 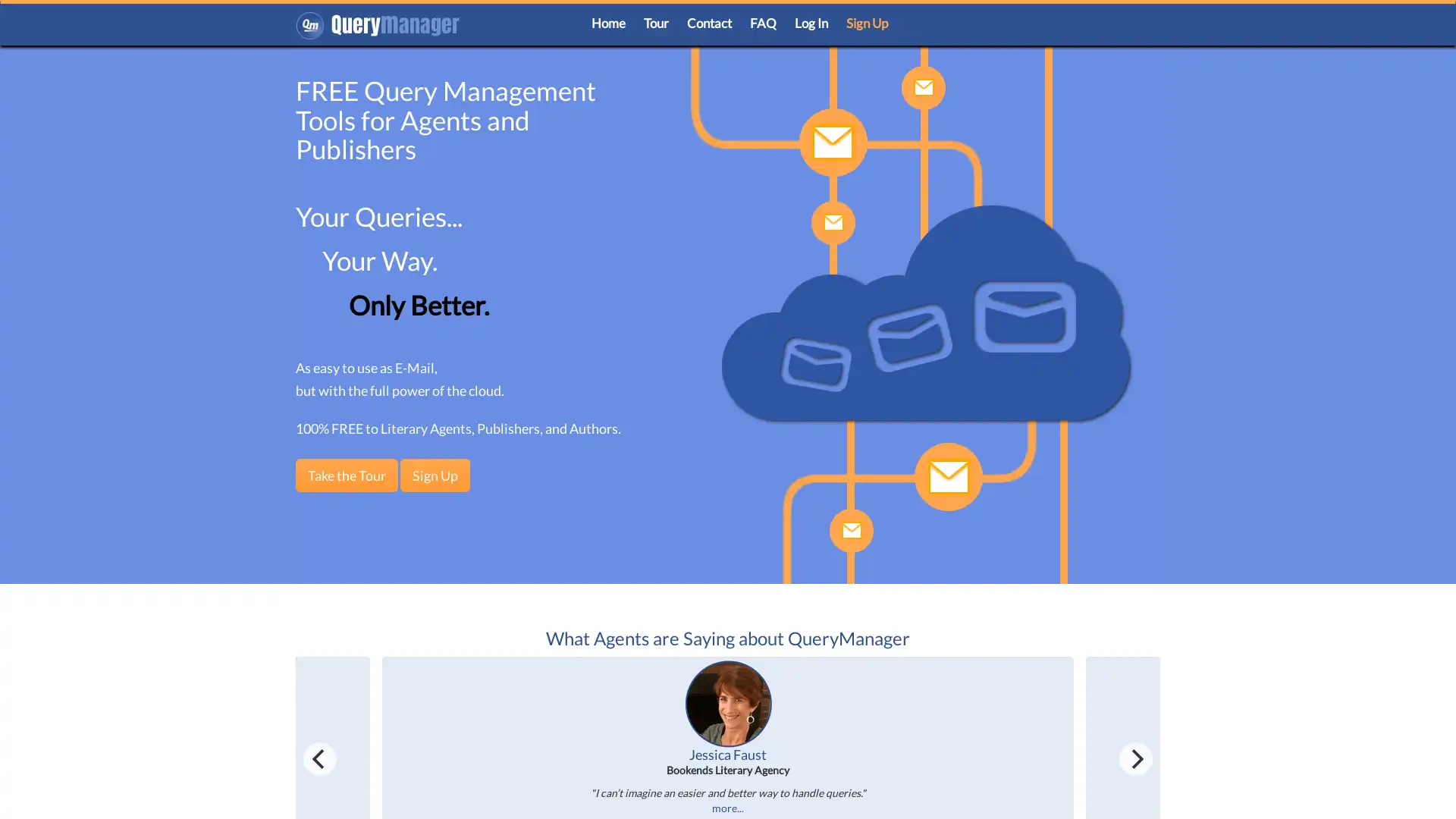 I want to click on Next, so click(x=1135, y=758).